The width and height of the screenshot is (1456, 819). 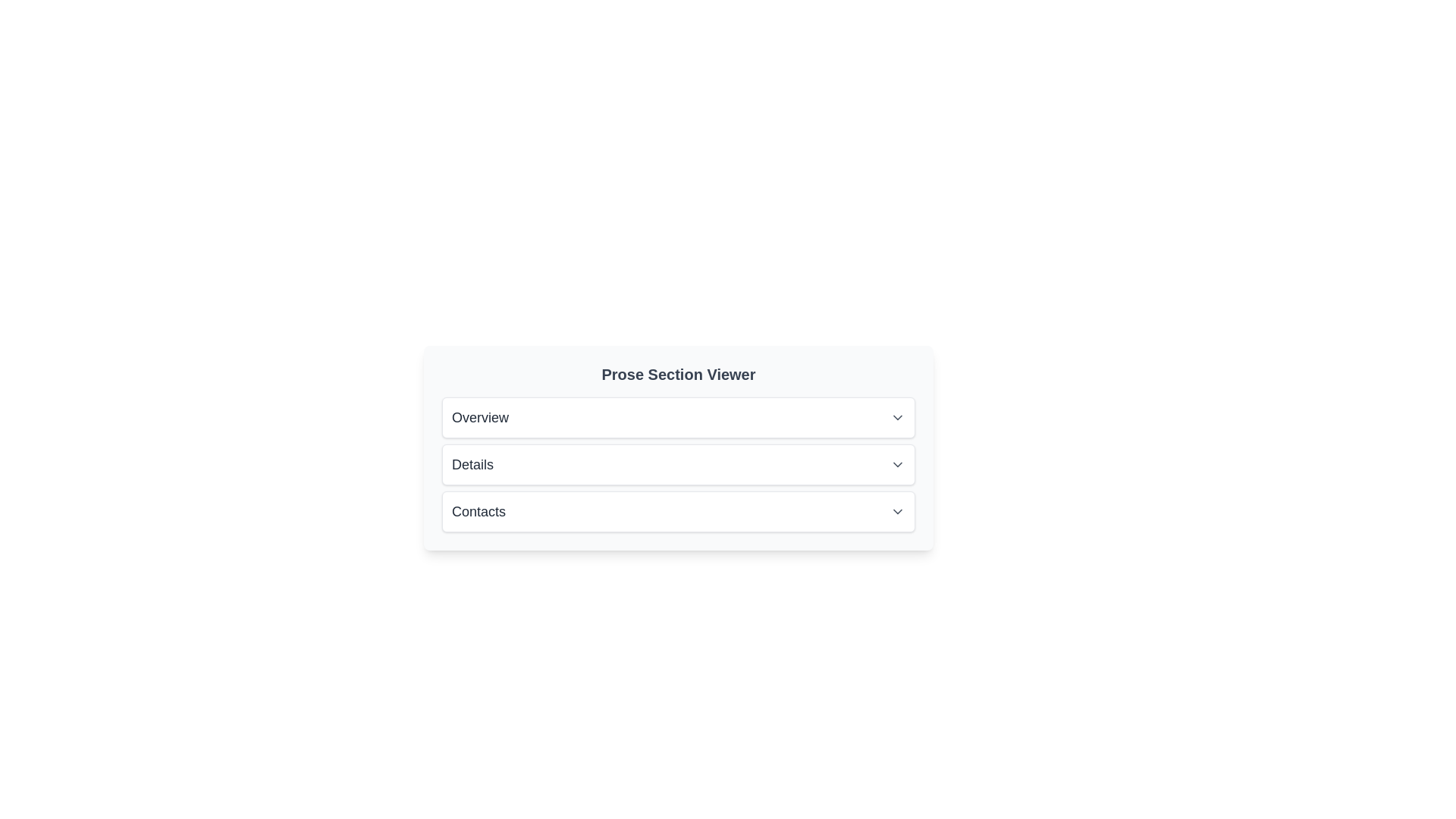 What do you see at coordinates (479, 418) in the screenshot?
I see `the text label displaying the word 'Overview' located in the header area of the expandable section, positioned above a chevron icon` at bounding box center [479, 418].